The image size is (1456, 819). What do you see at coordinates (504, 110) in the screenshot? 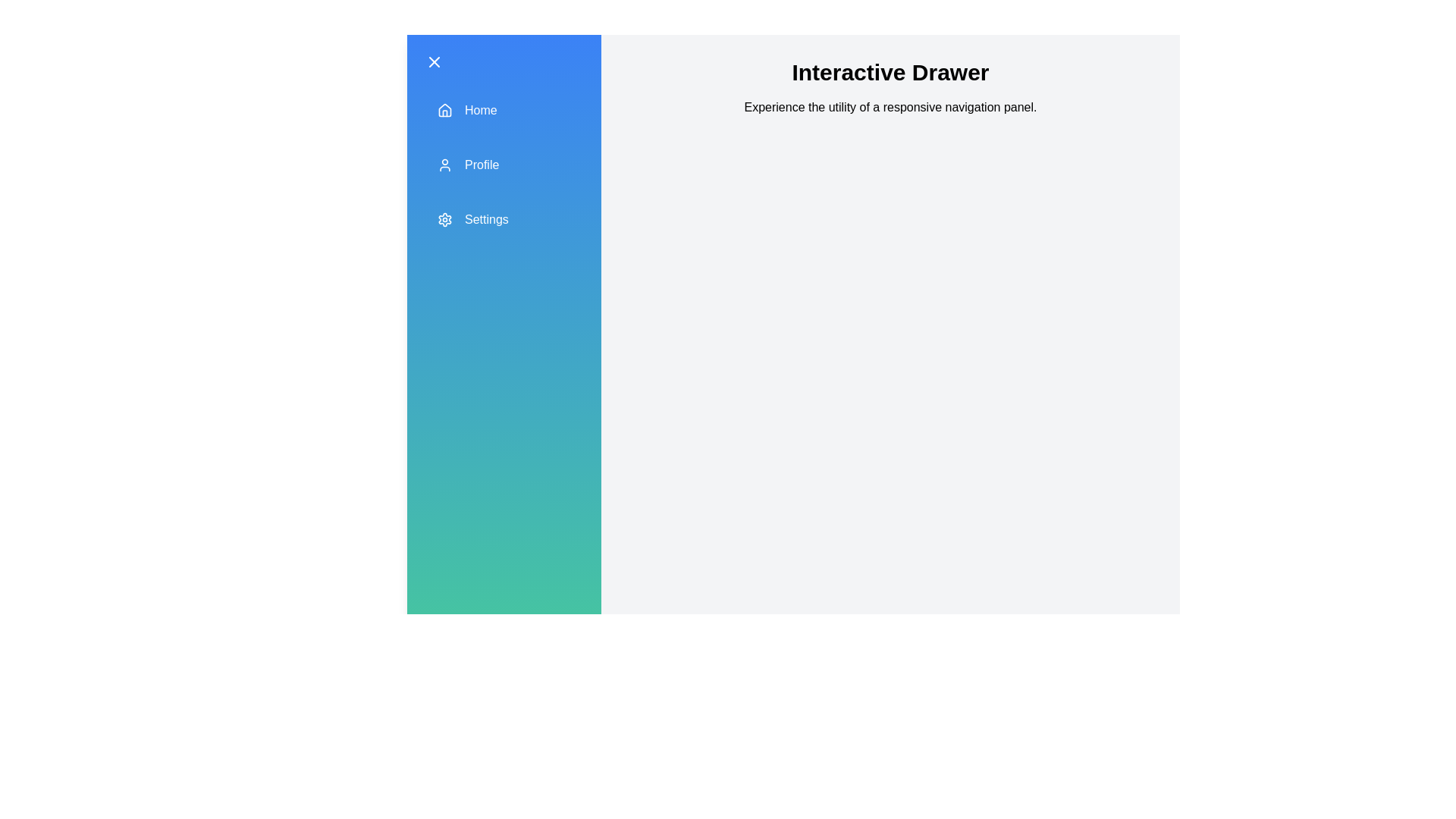
I see `the 'Home' section in the drawer` at bounding box center [504, 110].